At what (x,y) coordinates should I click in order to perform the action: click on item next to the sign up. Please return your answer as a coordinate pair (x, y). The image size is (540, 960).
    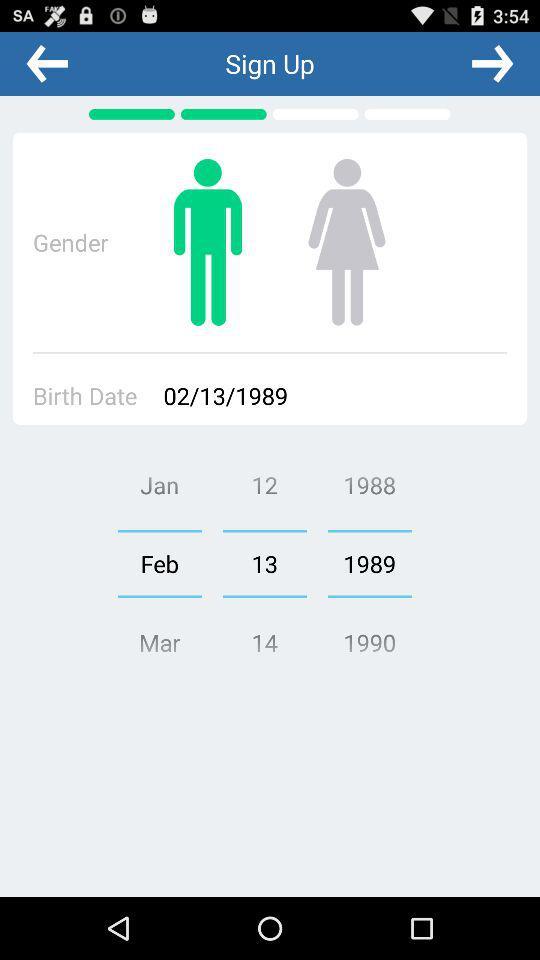
    Looking at the image, I should click on (47, 63).